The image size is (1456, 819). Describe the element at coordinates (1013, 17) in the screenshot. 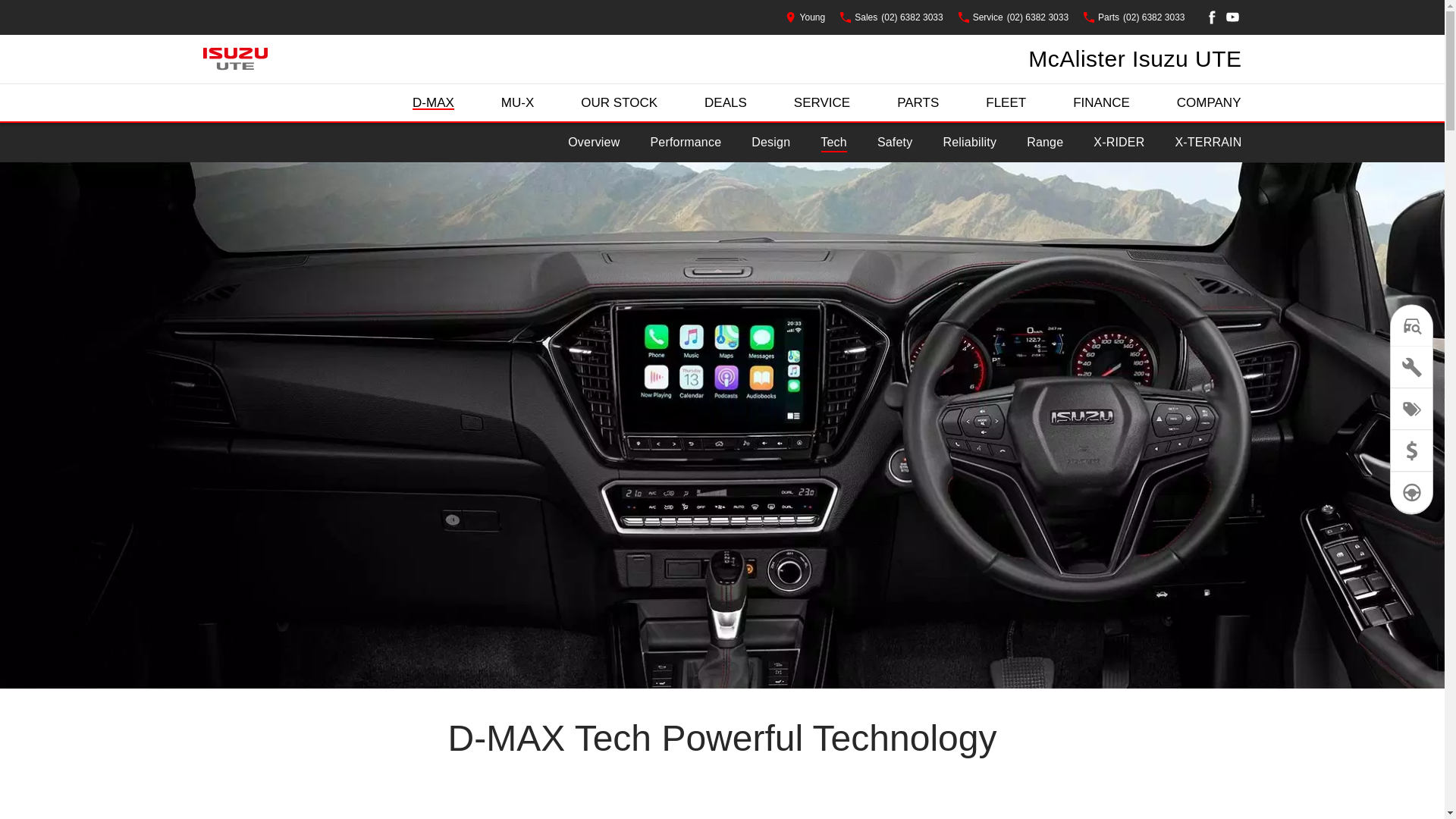

I see `'Service` at that location.